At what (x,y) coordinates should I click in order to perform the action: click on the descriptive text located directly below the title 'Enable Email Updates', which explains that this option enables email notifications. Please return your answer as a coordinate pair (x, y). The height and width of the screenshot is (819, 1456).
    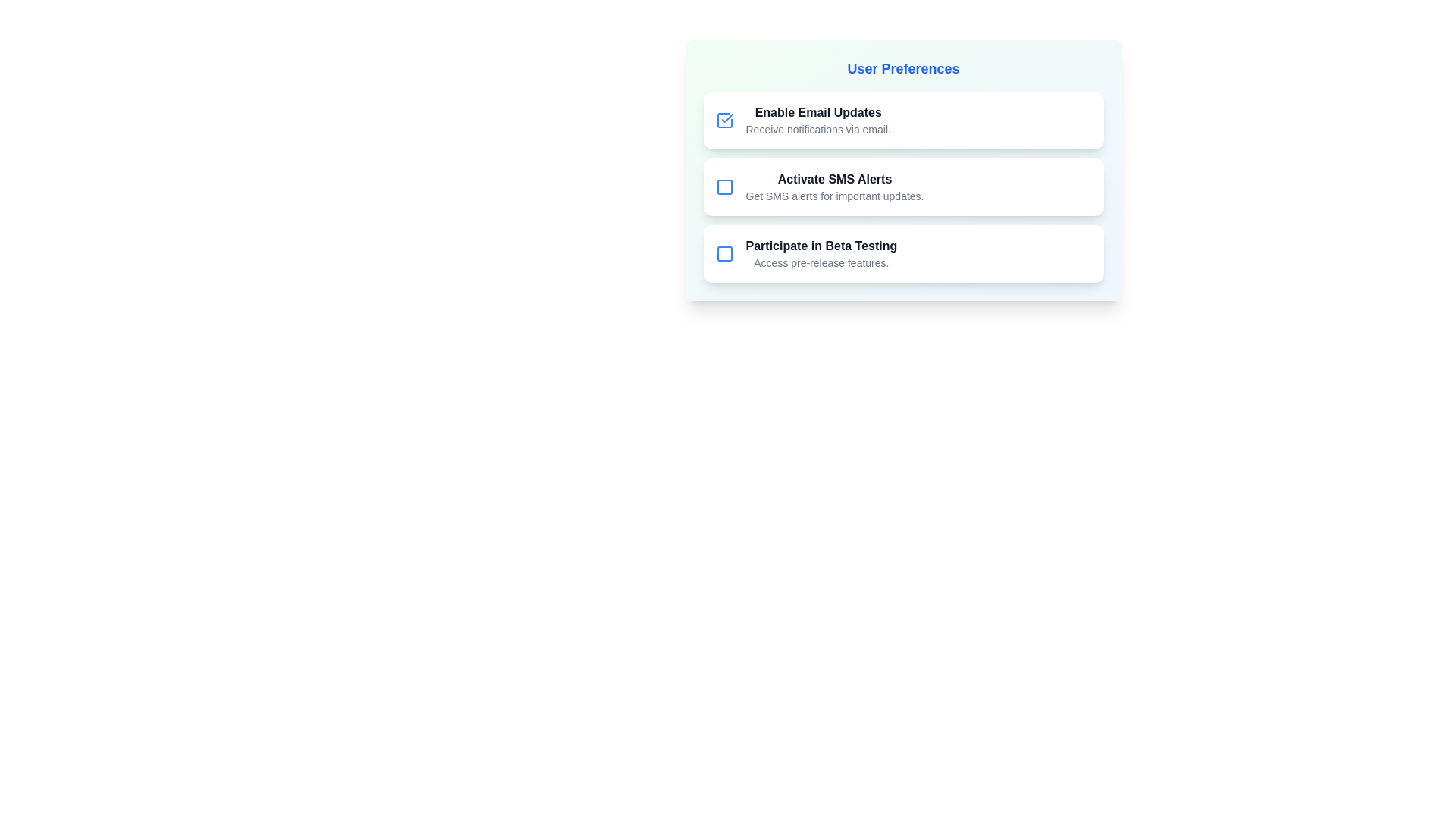
    Looking at the image, I should click on (817, 128).